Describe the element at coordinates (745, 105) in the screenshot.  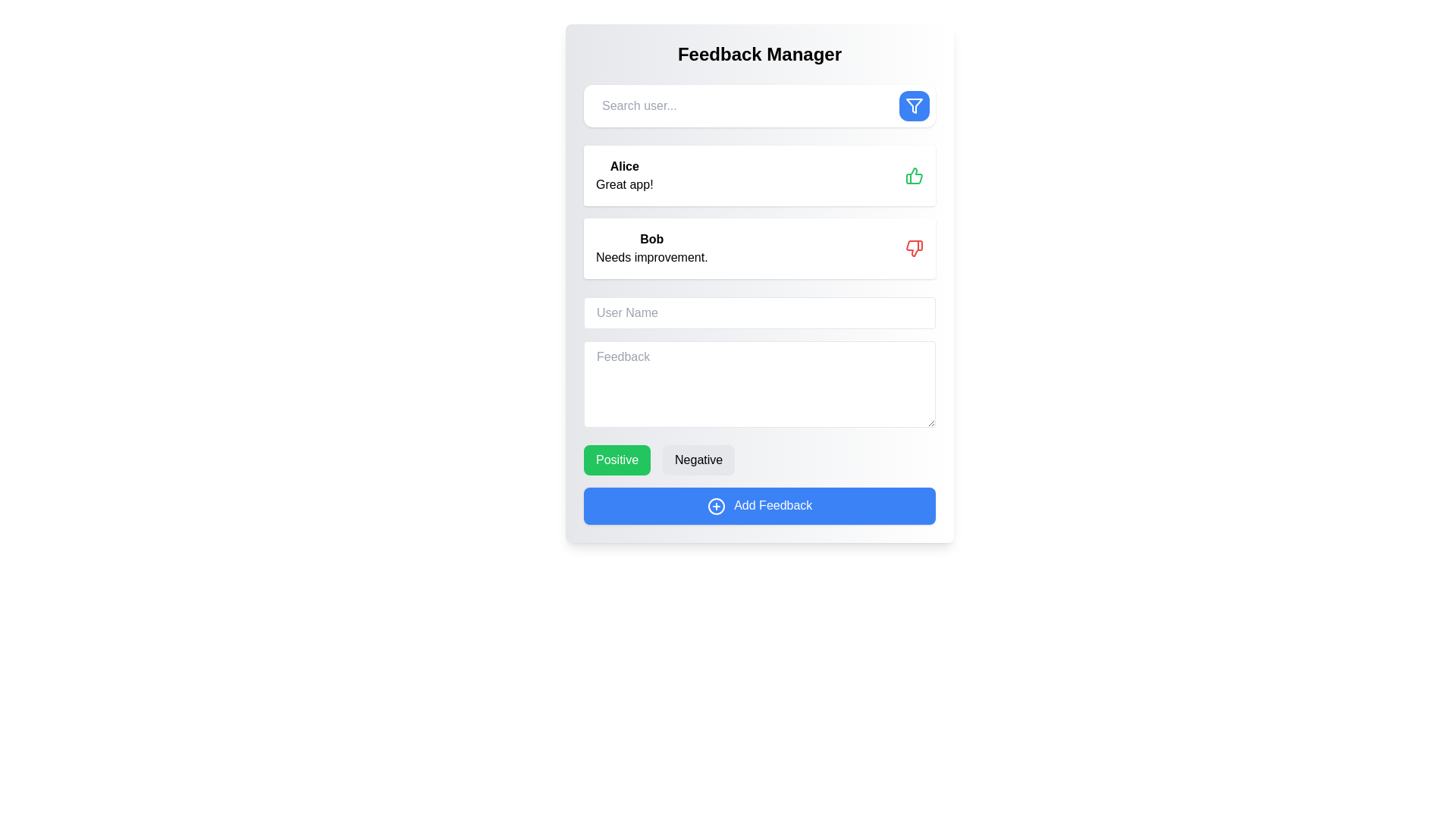
I see `the searchable input field labeled with the placeholder 'Search user...' to focus it for user input` at that location.